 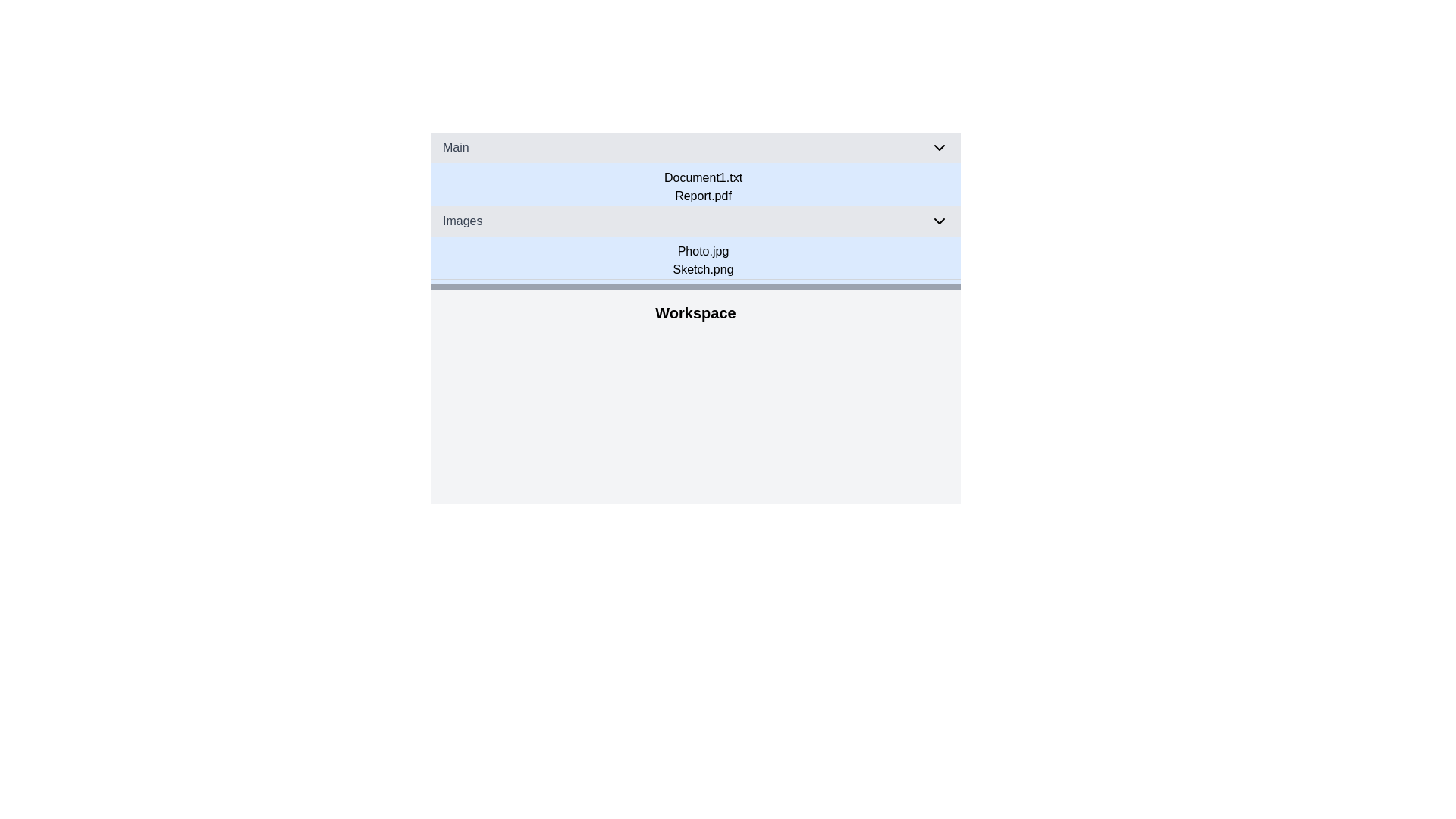 What do you see at coordinates (695, 169) in the screenshot?
I see `the first text list item labeled 'Document1.txt' and 'Report.pdf' under the 'Main' section to show the context menu` at bounding box center [695, 169].